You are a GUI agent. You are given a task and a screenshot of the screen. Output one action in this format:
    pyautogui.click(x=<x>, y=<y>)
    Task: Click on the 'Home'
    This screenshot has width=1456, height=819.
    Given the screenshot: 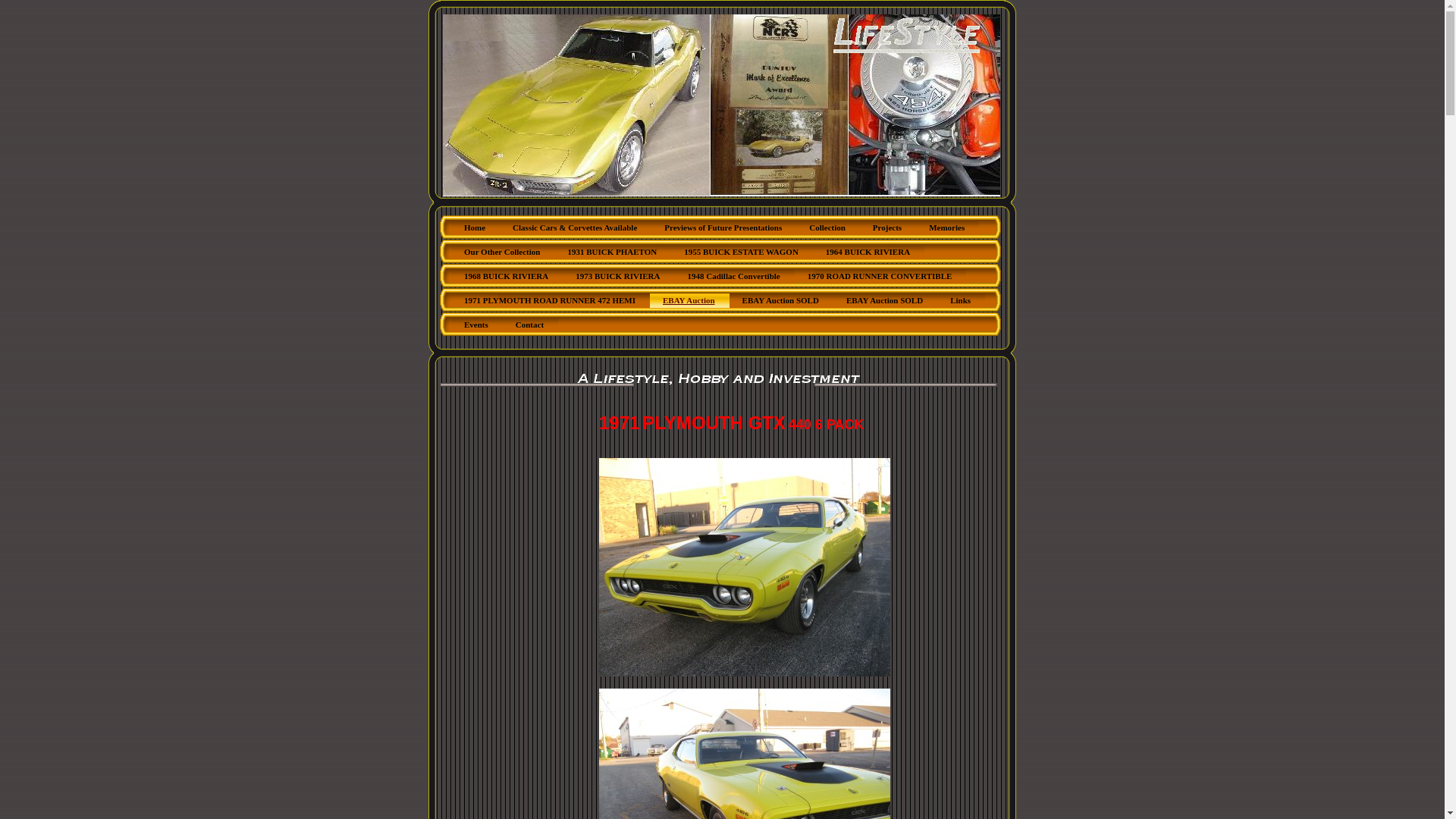 What is the action you would take?
    pyautogui.click(x=475, y=228)
    